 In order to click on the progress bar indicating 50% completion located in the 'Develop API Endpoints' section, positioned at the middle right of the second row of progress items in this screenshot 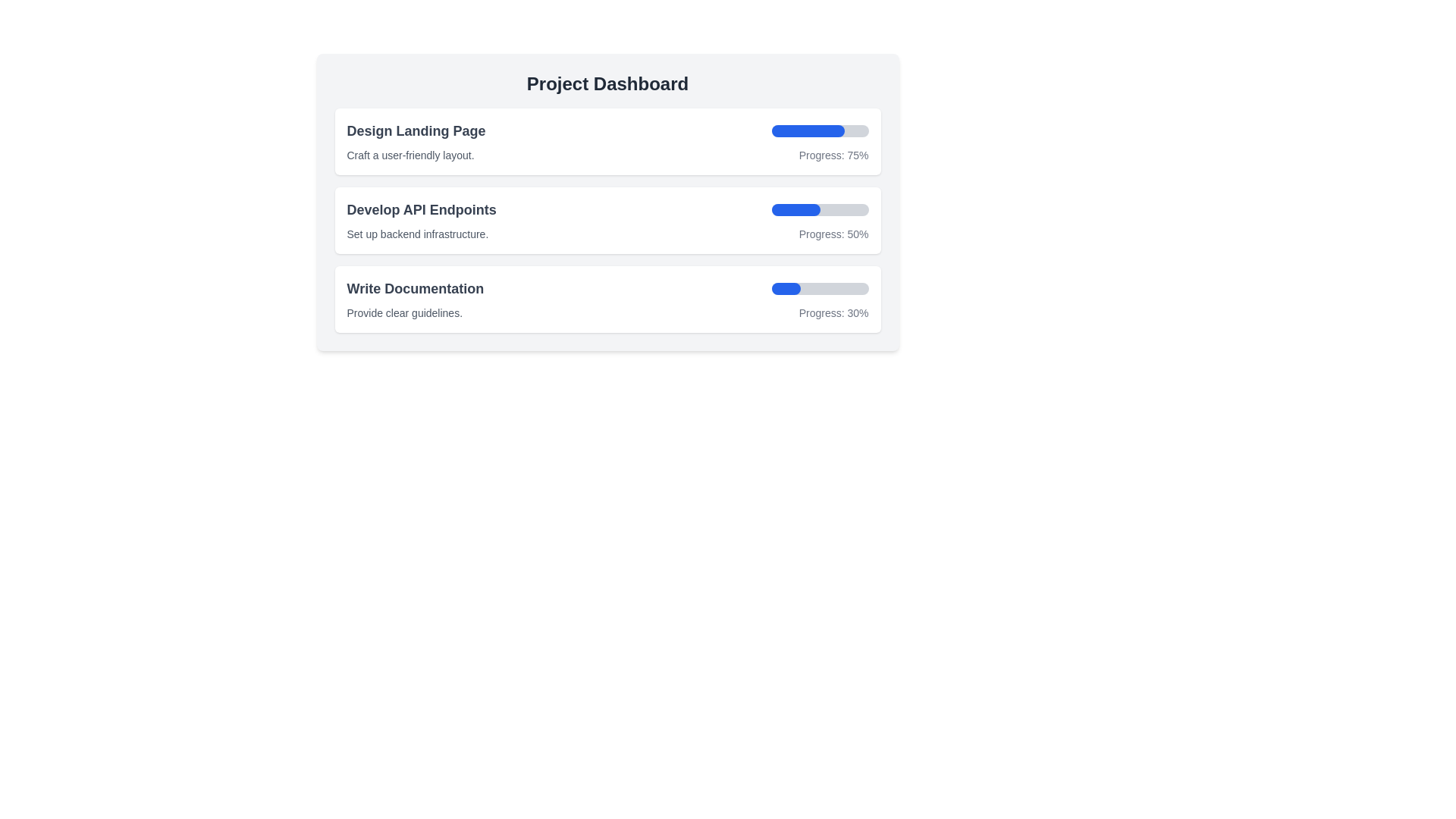, I will do `click(819, 210)`.